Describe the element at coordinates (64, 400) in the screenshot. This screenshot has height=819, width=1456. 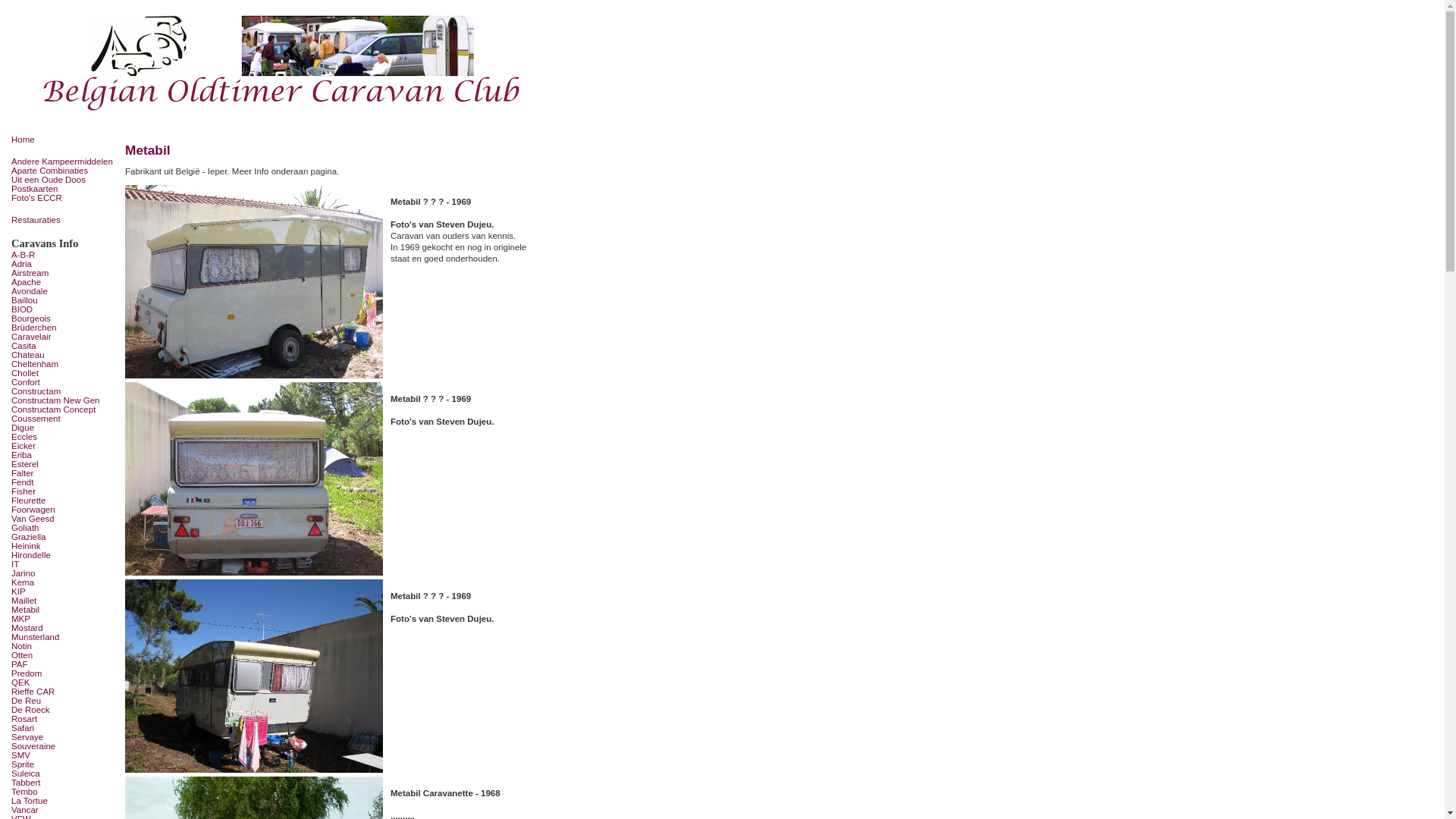
I see `'Constructam New Gen'` at that location.